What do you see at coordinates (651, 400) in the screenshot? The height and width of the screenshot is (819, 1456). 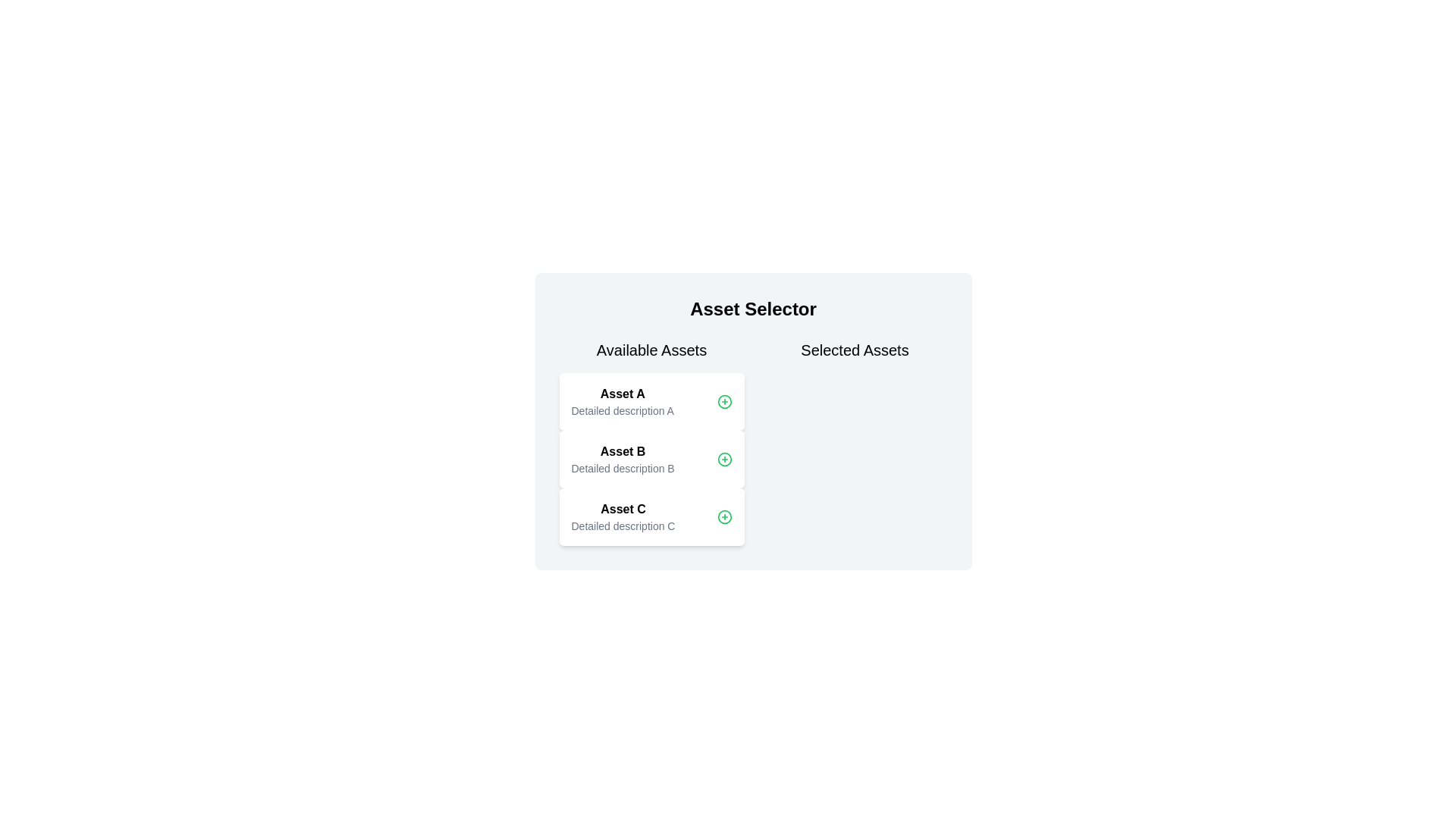 I see `text for detailed information about 'Asset A' by clicking on the first button in the 'Available Assets' section` at bounding box center [651, 400].